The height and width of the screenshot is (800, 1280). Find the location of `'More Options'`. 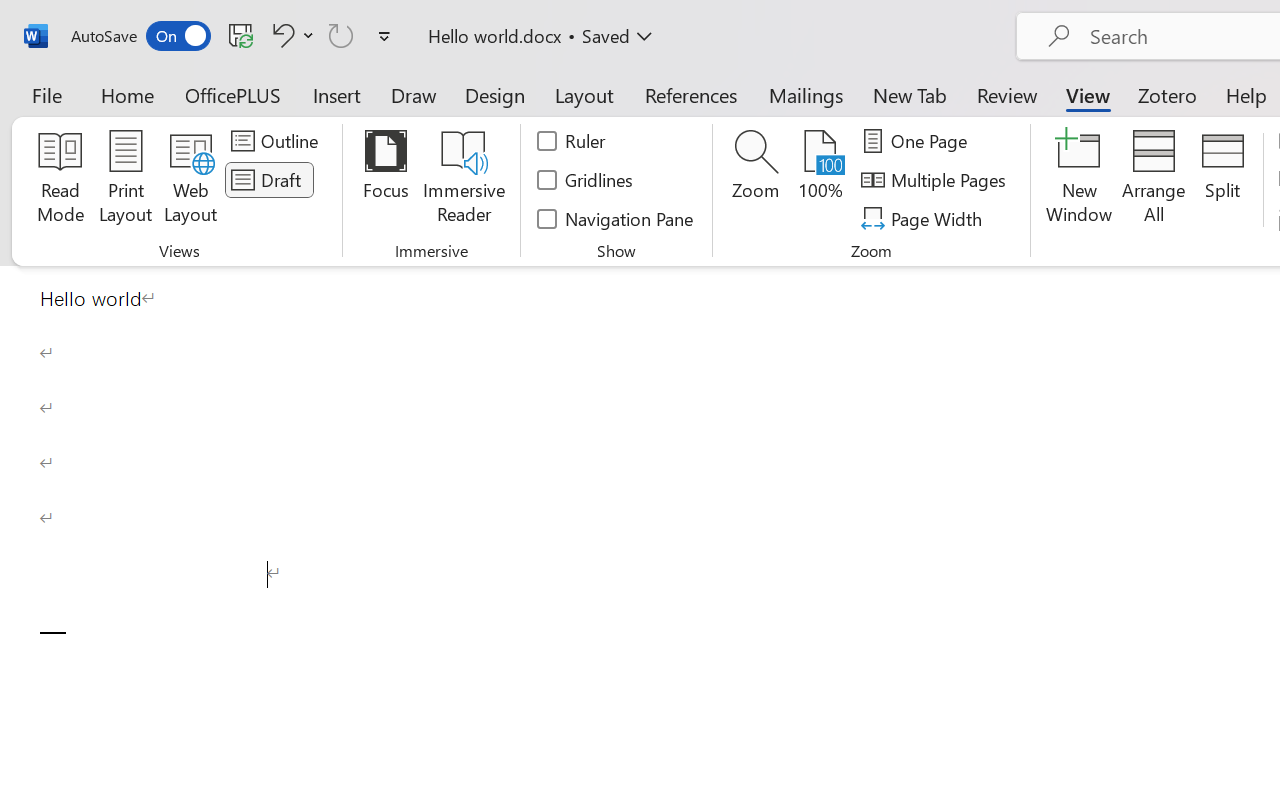

'More Options' is located at coordinates (308, 34).